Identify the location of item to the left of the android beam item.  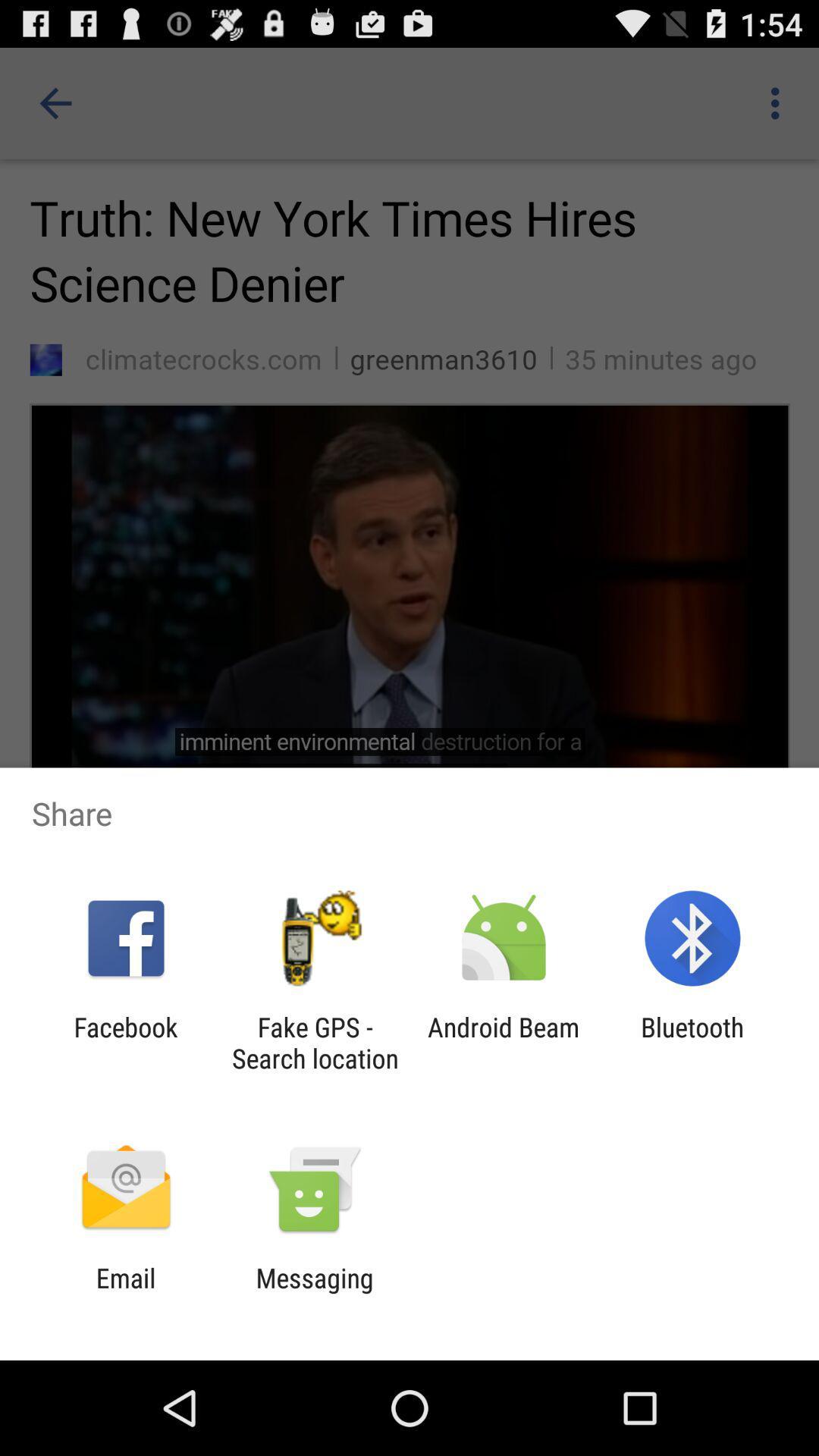
(314, 1042).